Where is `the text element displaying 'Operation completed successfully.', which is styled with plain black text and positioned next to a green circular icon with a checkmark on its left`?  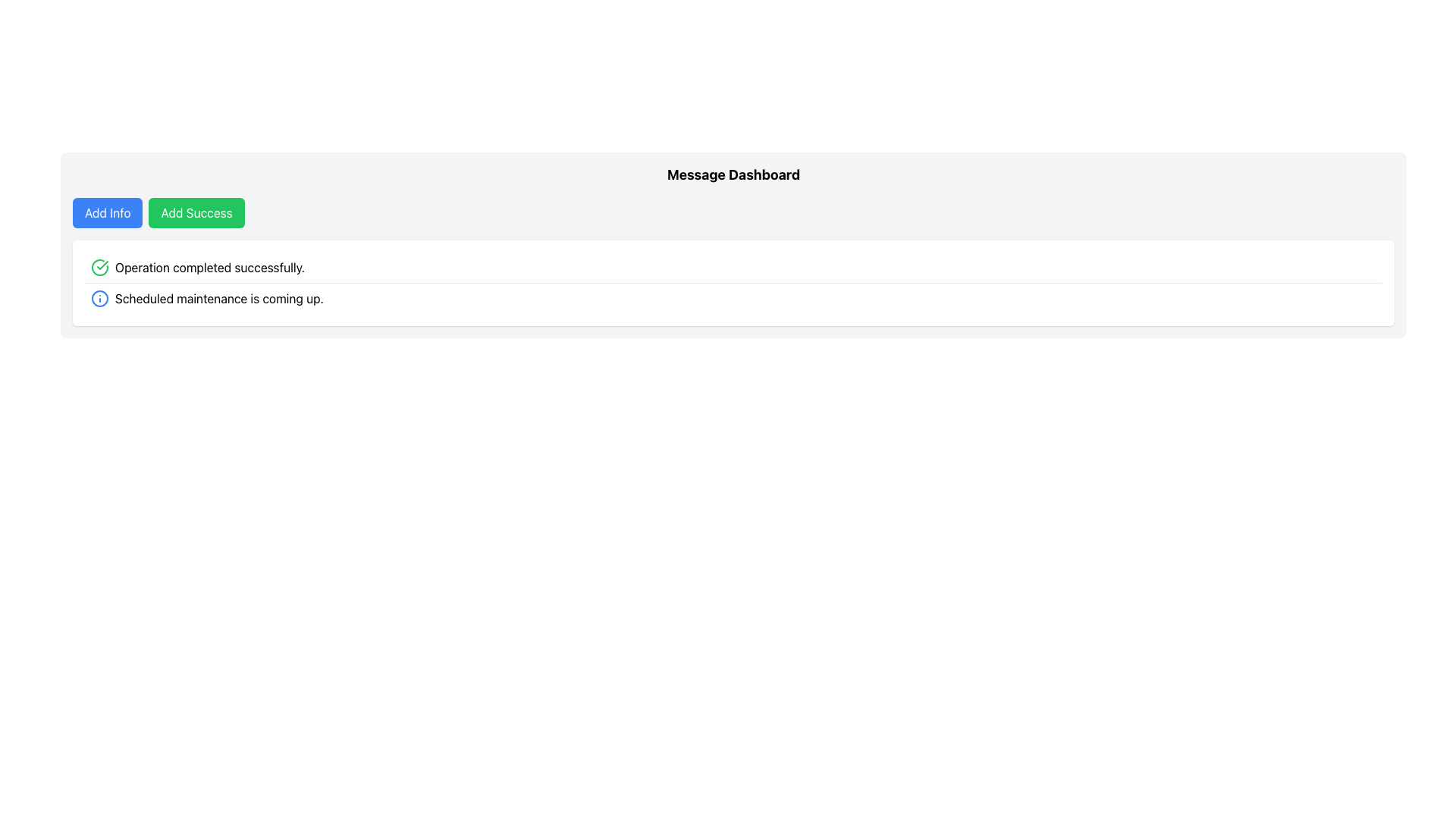
the text element displaying 'Operation completed successfully.', which is styled with plain black text and positioned next to a green circular icon with a checkmark on its left is located at coordinates (209, 267).